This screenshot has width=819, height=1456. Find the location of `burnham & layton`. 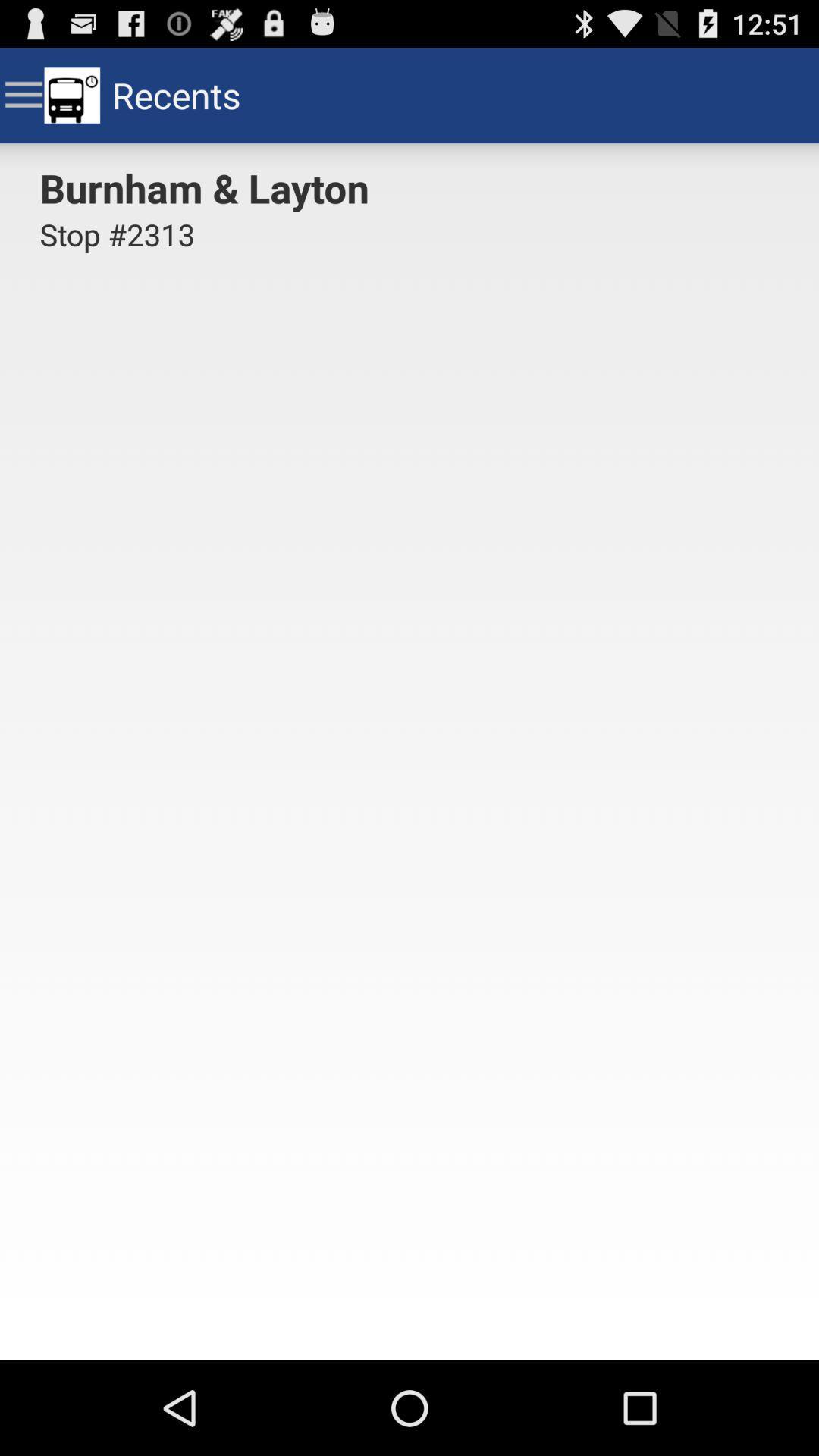

burnham & layton is located at coordinates (209, 187).